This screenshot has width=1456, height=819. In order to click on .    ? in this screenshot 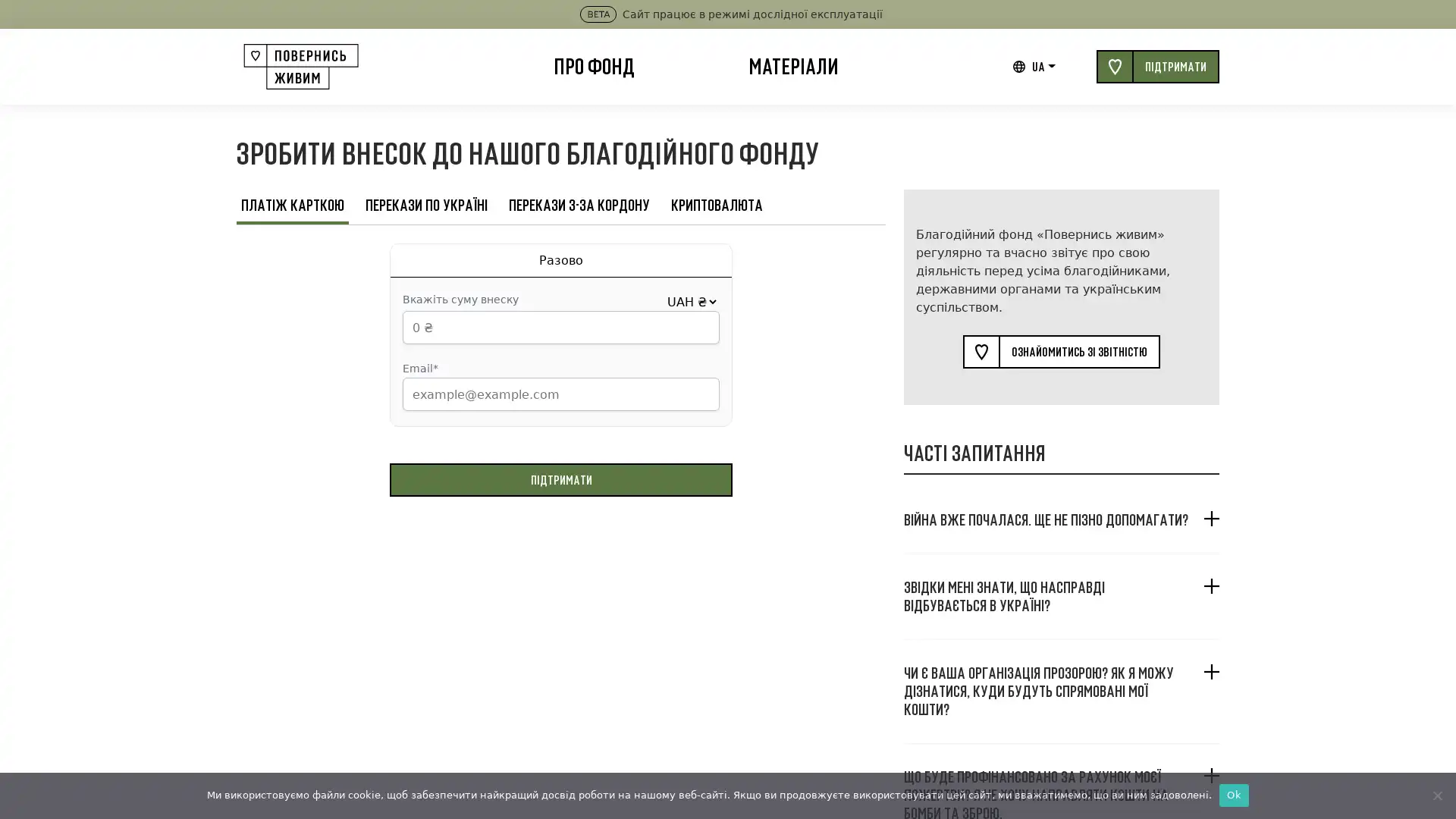, I will do `click(1061, 519)`.